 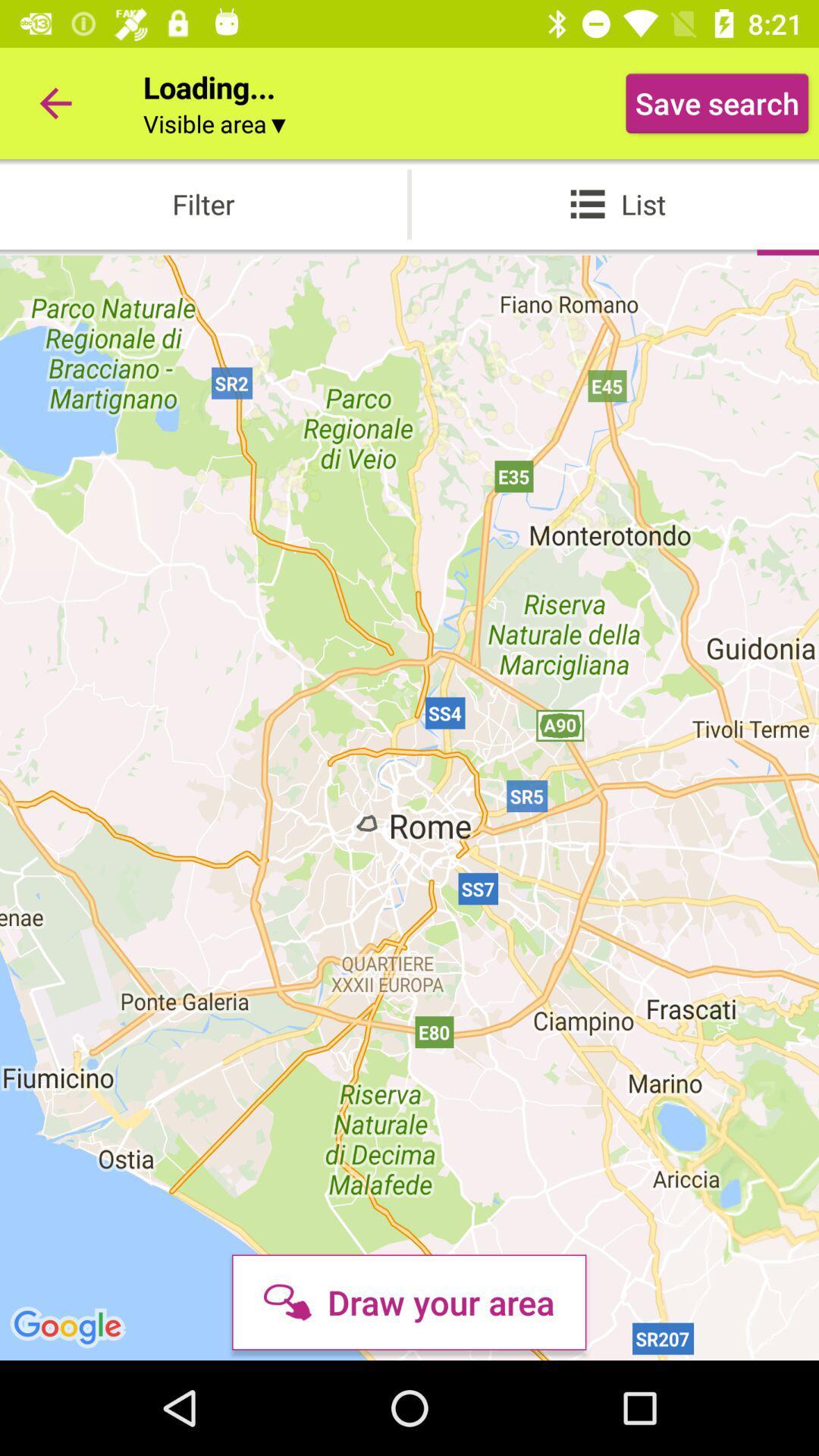 I want to click on the save search item, so click(x=717, y=102).